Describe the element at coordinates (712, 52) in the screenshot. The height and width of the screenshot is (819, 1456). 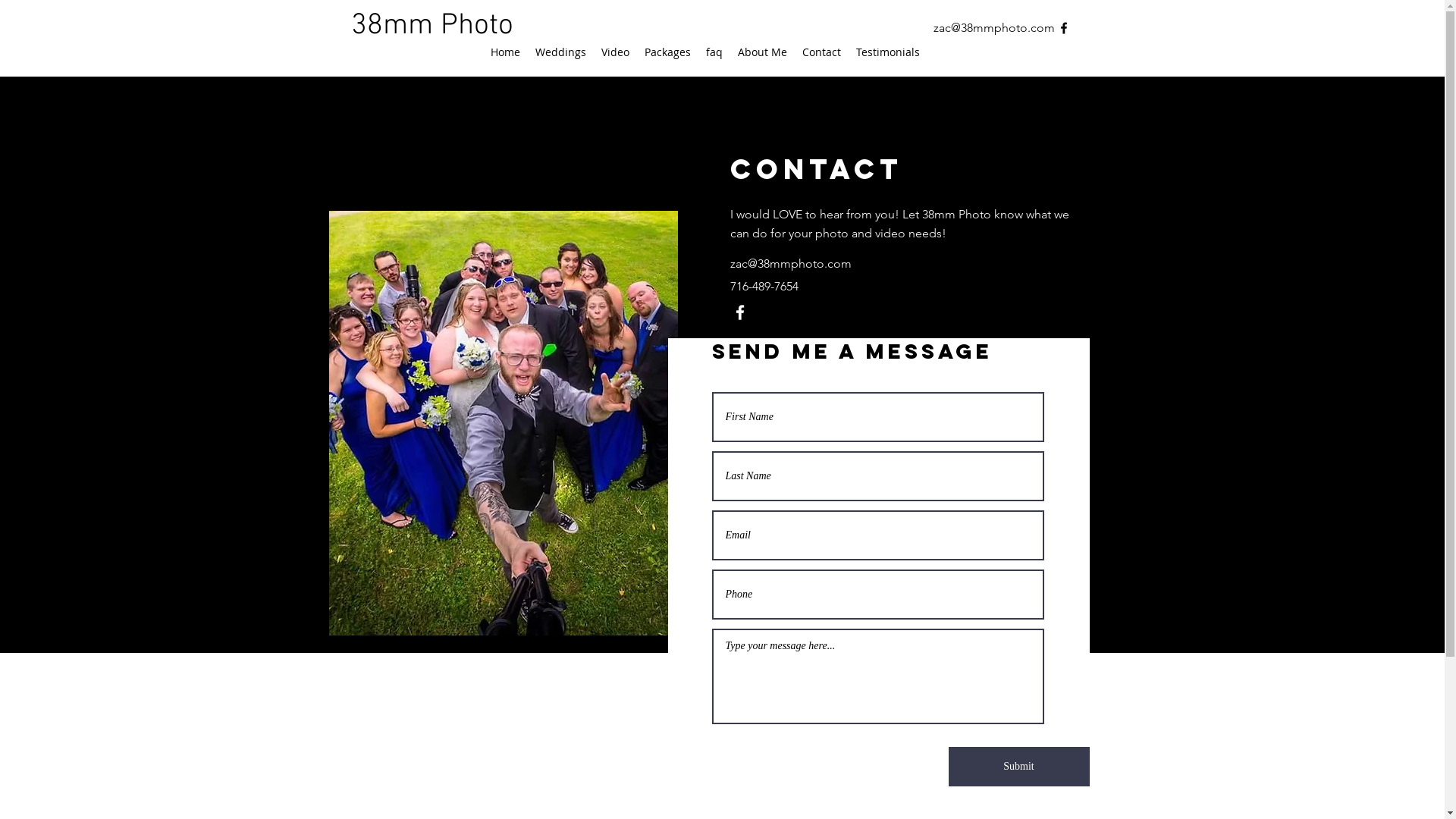
I see `'faq'` at that location.